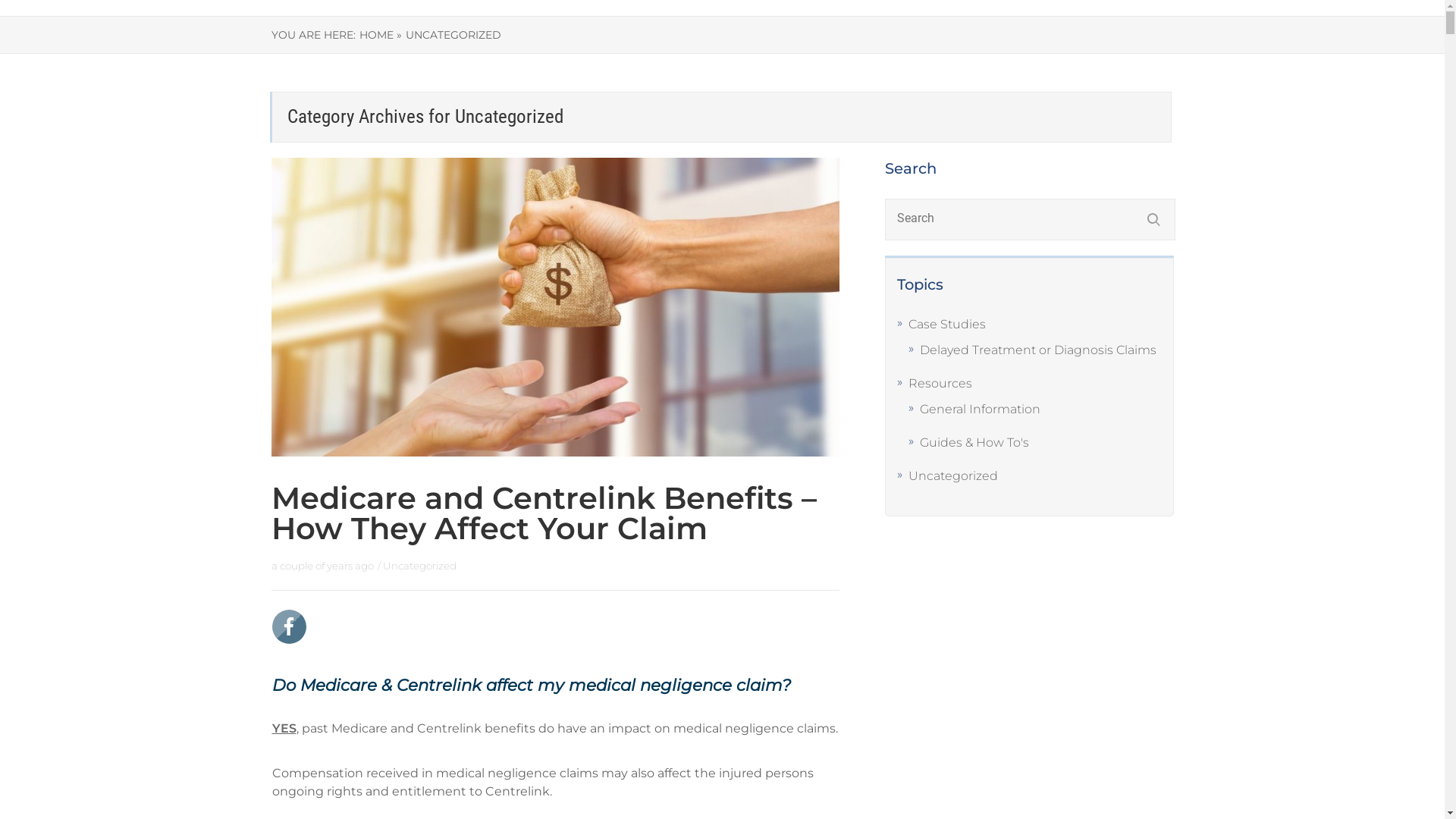 The image size is (1456, 819). I want to click on 'Guides & How To's', so click(974, 442).